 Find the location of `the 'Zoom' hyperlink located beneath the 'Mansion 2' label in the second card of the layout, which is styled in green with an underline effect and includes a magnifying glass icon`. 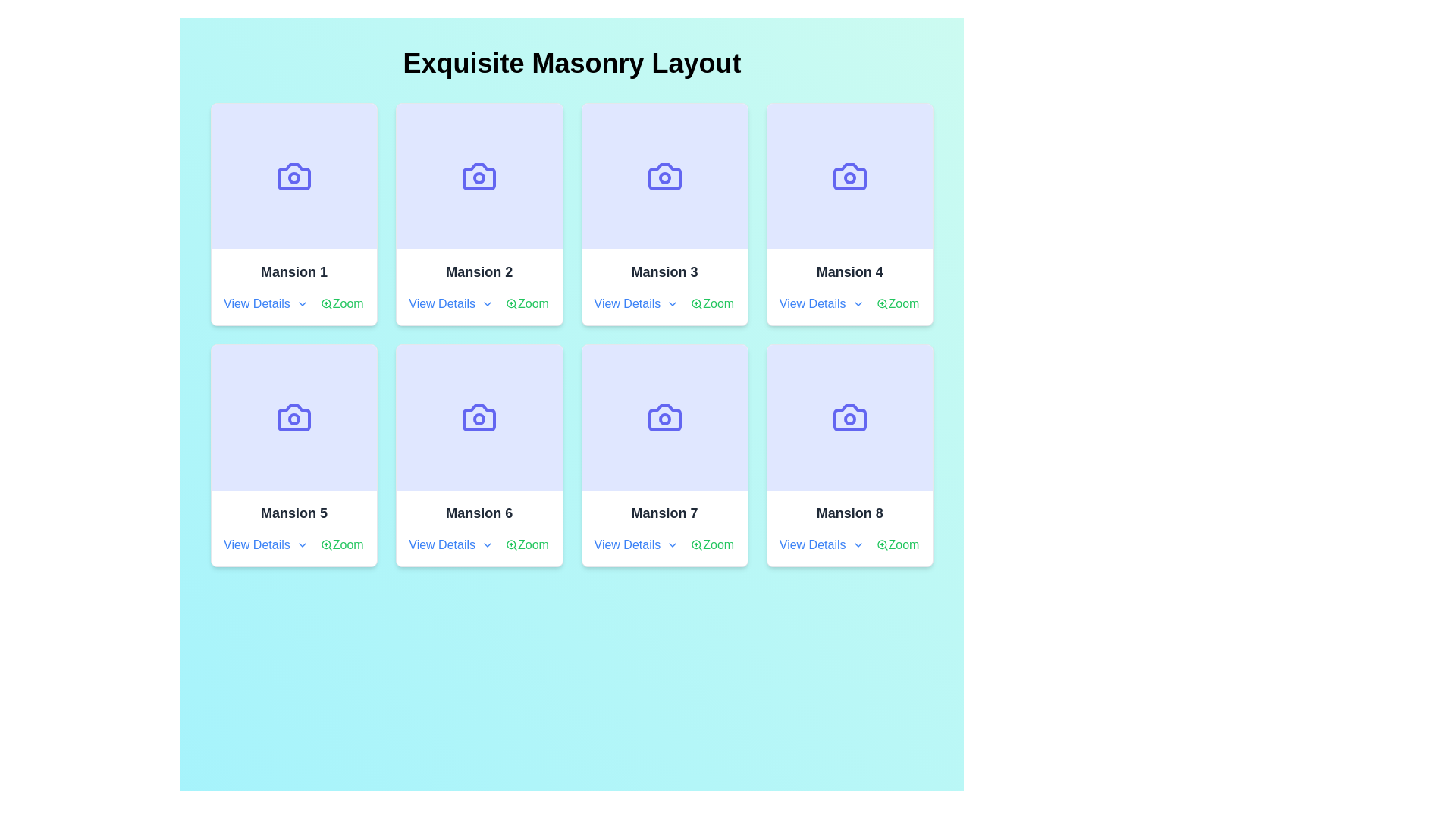

the 'Zoom' hyperlink located beneath the 'Mansion 2' label in the second card of the layout, which is styled in green with an underline effect and includes a magnifying glass icon is located at coordinates (527, 304).